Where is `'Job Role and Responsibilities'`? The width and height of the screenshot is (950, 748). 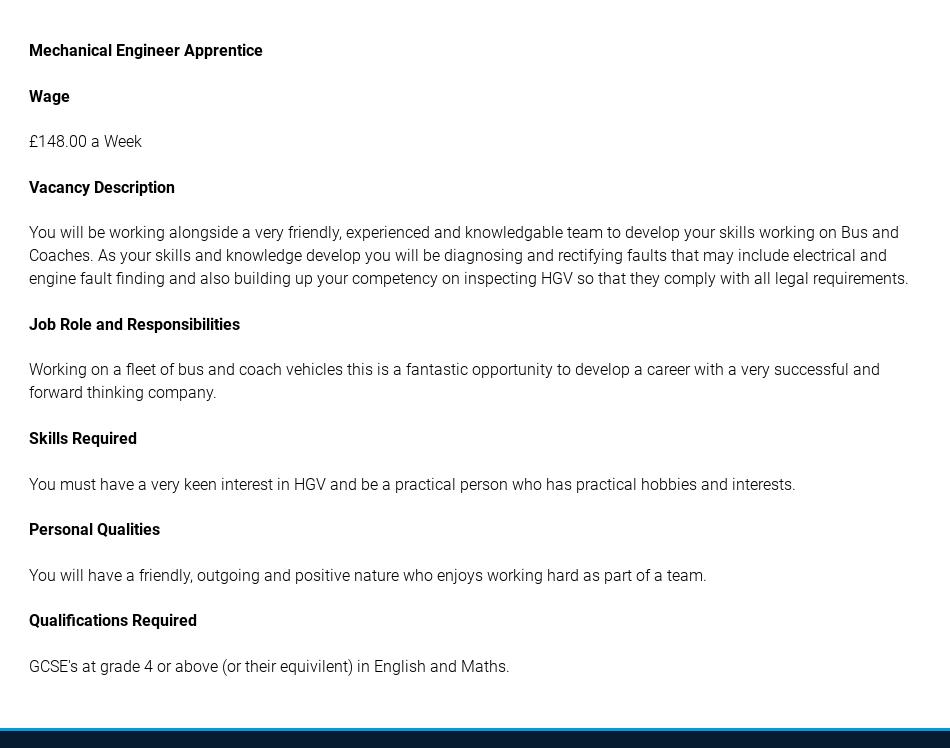
'Job Role and Responsibilities' is located at coordinates (134, 323).